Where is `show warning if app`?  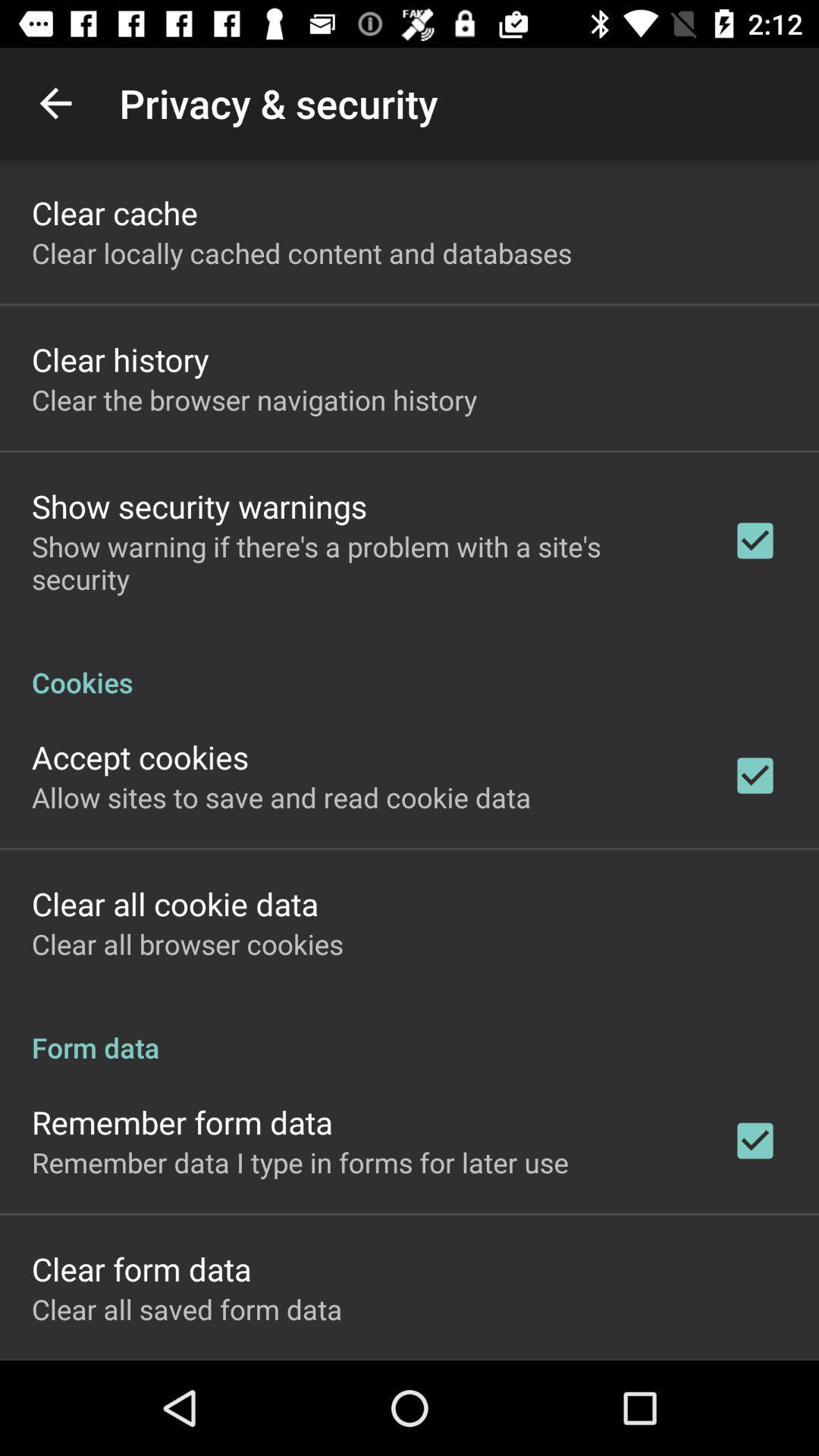 show warning if app is located at coordinates (362, 562).